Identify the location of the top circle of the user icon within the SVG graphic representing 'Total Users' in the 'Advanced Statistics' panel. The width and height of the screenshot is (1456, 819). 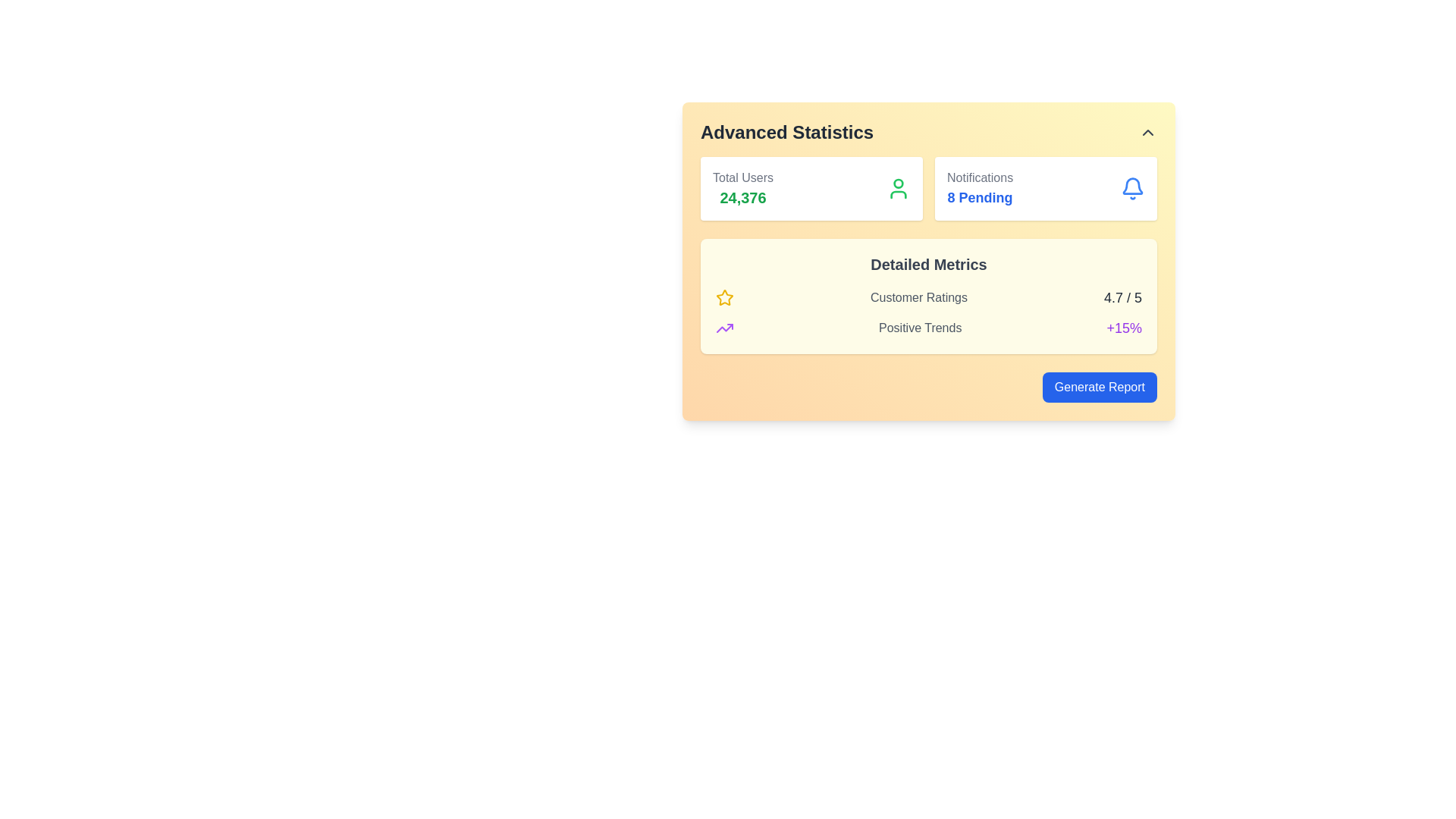
(899, 183).